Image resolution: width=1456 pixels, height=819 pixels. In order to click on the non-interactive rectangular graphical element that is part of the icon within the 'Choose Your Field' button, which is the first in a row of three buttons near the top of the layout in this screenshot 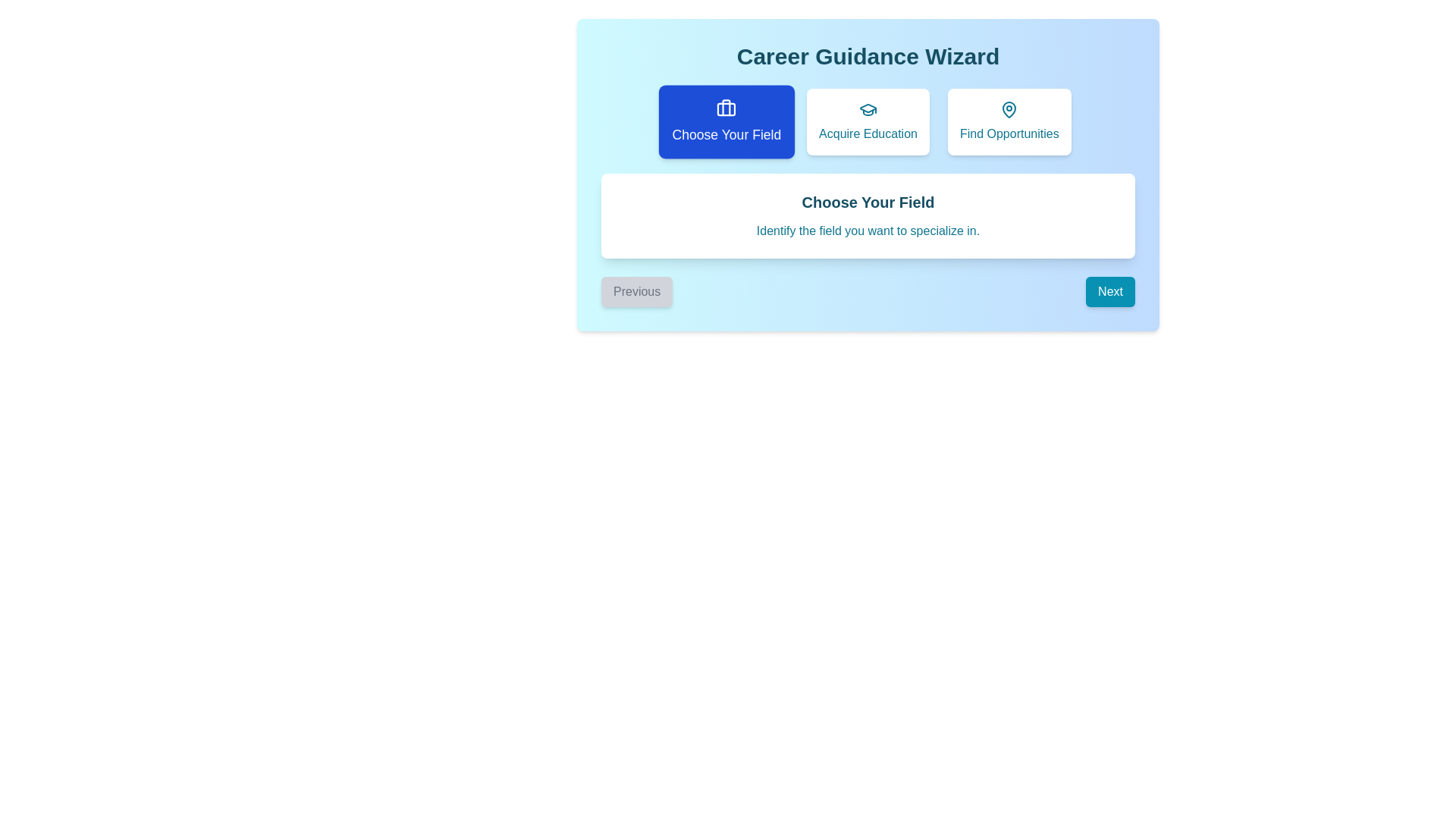, I will do `click(726, 108)`.